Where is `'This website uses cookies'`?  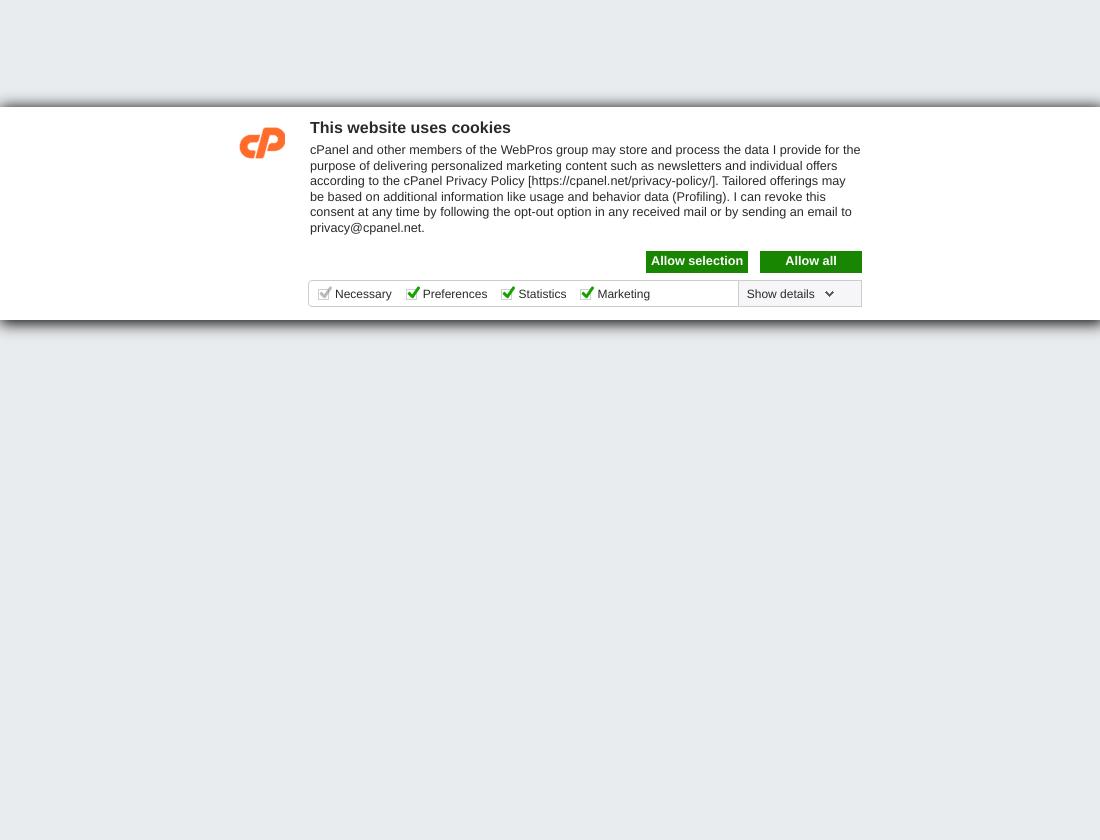
'This website uses cookies' is located at coordinates (308, 128).